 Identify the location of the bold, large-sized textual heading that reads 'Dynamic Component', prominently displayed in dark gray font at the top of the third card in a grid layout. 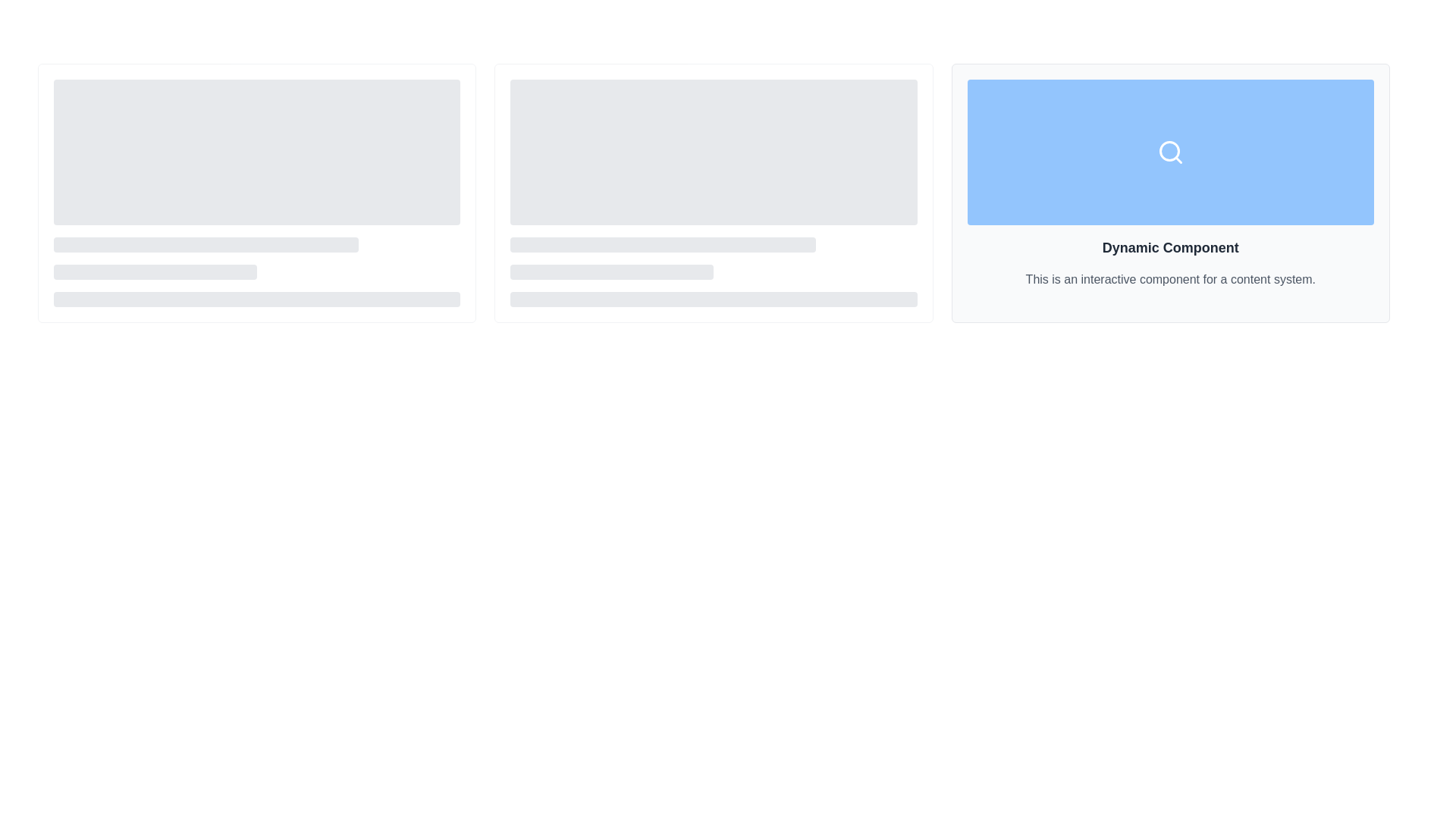
(1169, 247).